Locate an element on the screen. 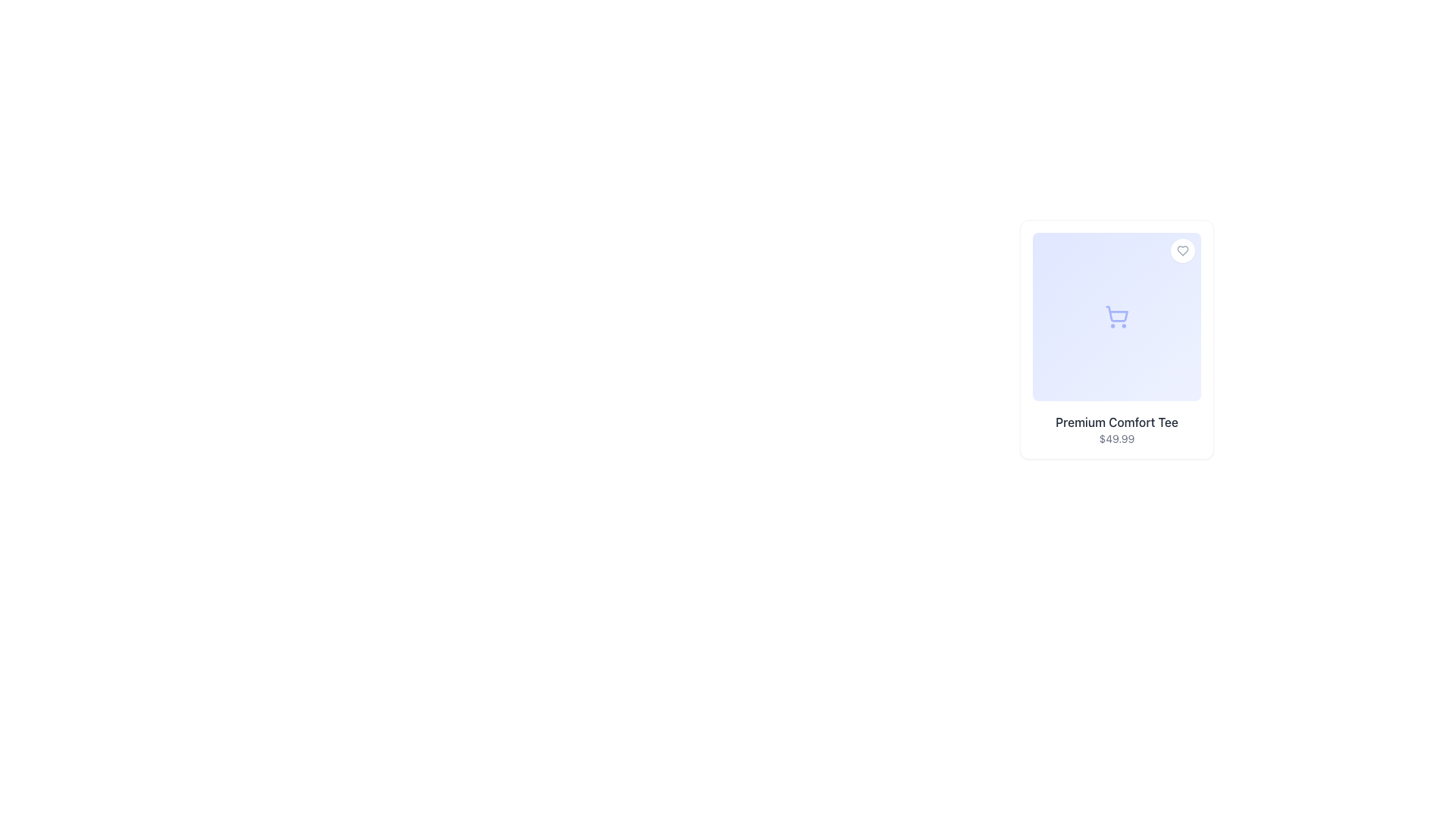 This screenshot has width=1456, height=819. the shopping cart icon, which is styled in a light indigo hue and located in the top-left corner of the product card is located at coordinates (1117, 315).